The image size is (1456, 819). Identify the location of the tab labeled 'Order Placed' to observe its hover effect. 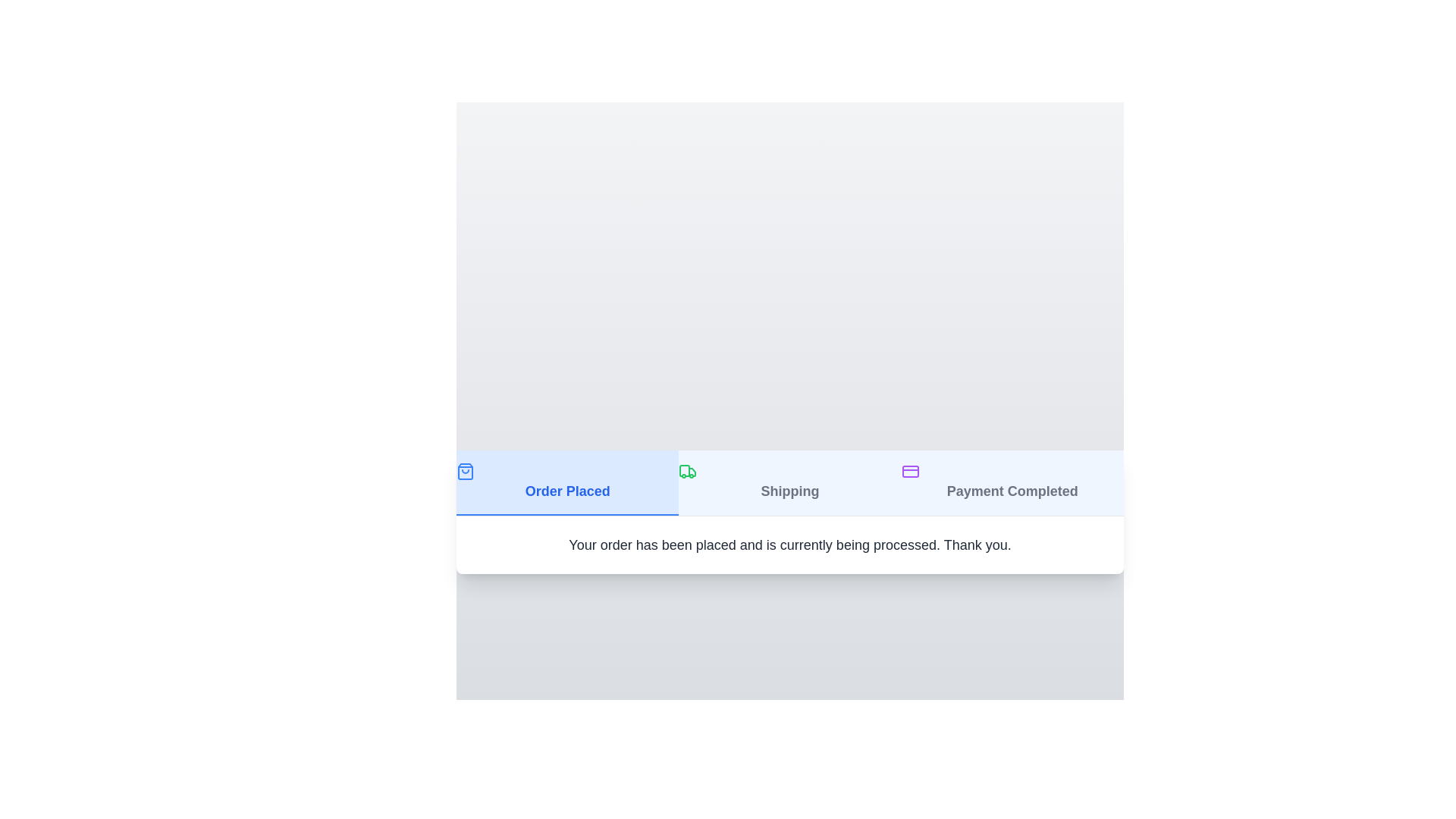
(566, 482).